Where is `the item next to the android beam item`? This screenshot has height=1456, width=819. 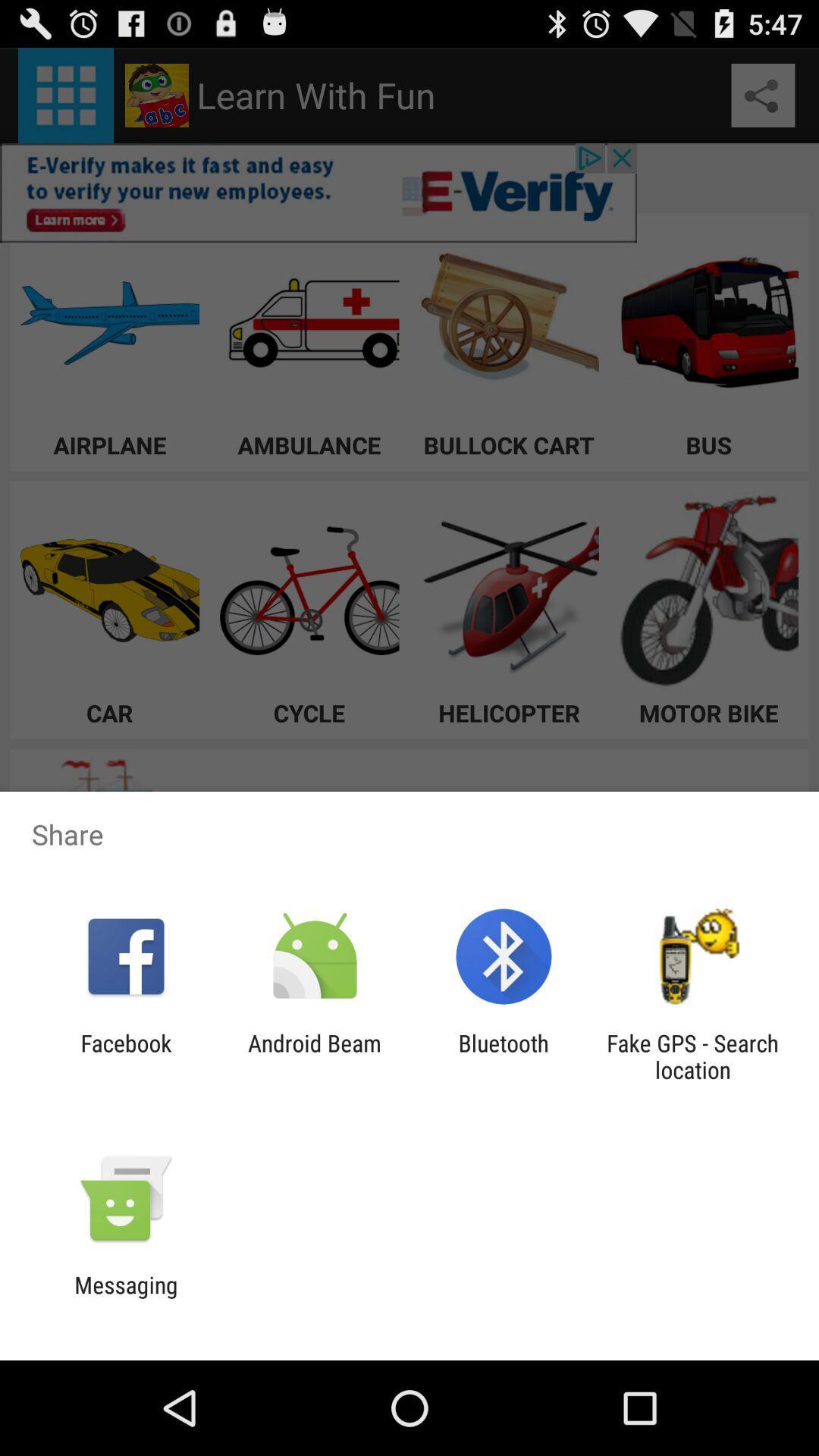 the item next to the android beam item is located at coordinates (504, 1056).